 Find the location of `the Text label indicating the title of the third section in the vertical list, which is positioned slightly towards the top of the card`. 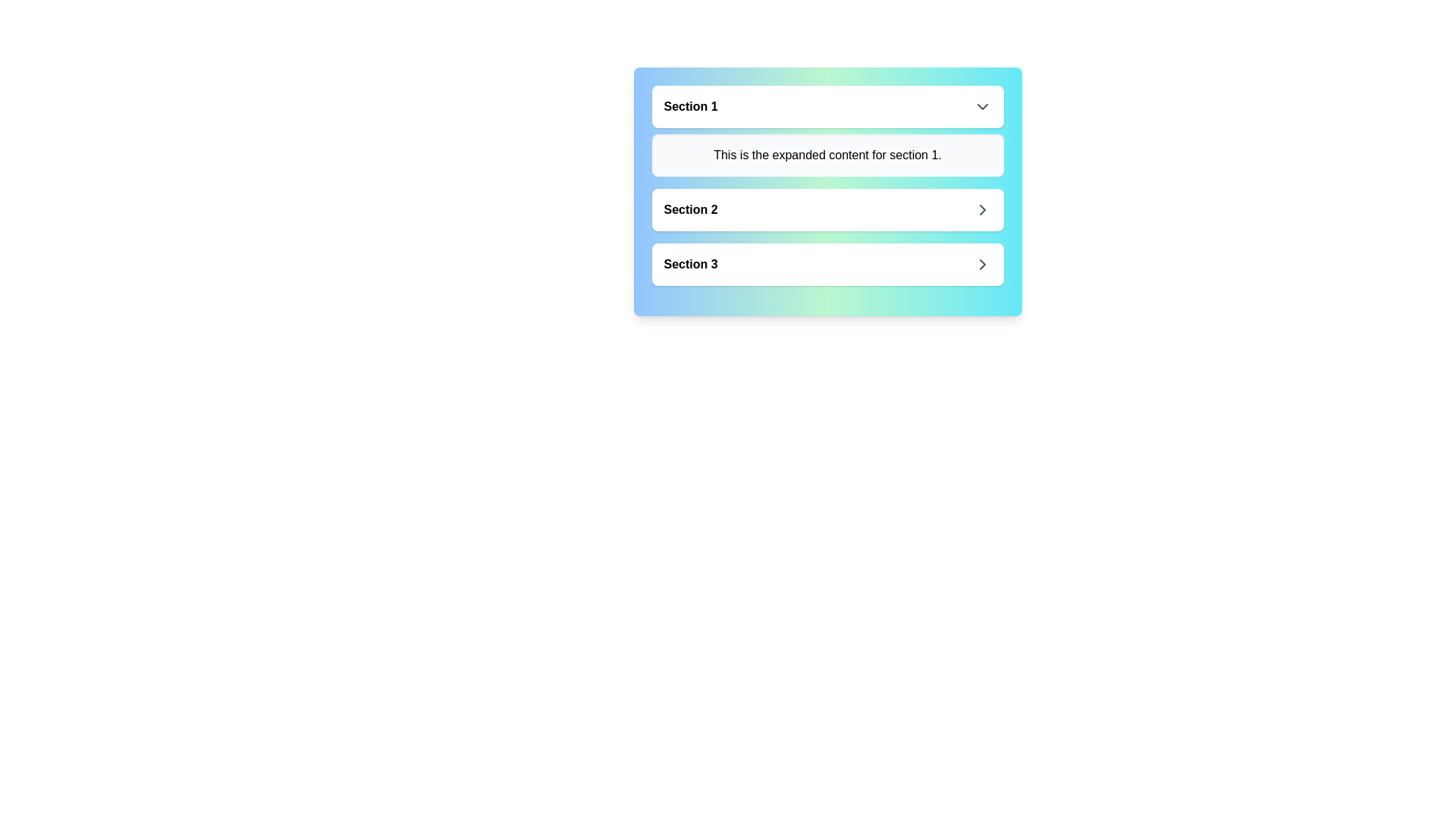

the Text label indicating the title of the third section in the vertical list, which is positioned slightly towards the top of the card is located at coordinates (690, 263).